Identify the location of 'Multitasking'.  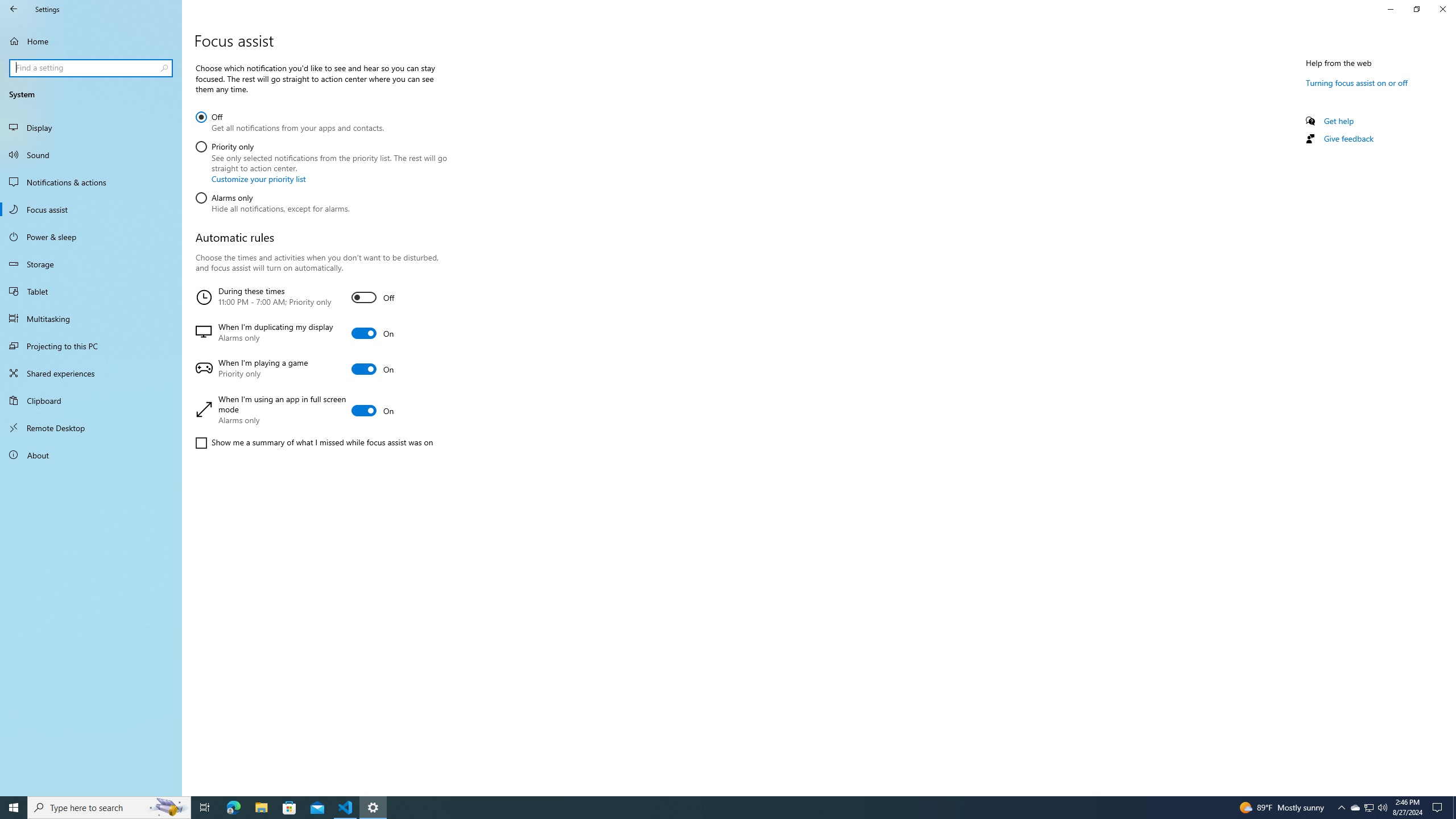
(90, 318).